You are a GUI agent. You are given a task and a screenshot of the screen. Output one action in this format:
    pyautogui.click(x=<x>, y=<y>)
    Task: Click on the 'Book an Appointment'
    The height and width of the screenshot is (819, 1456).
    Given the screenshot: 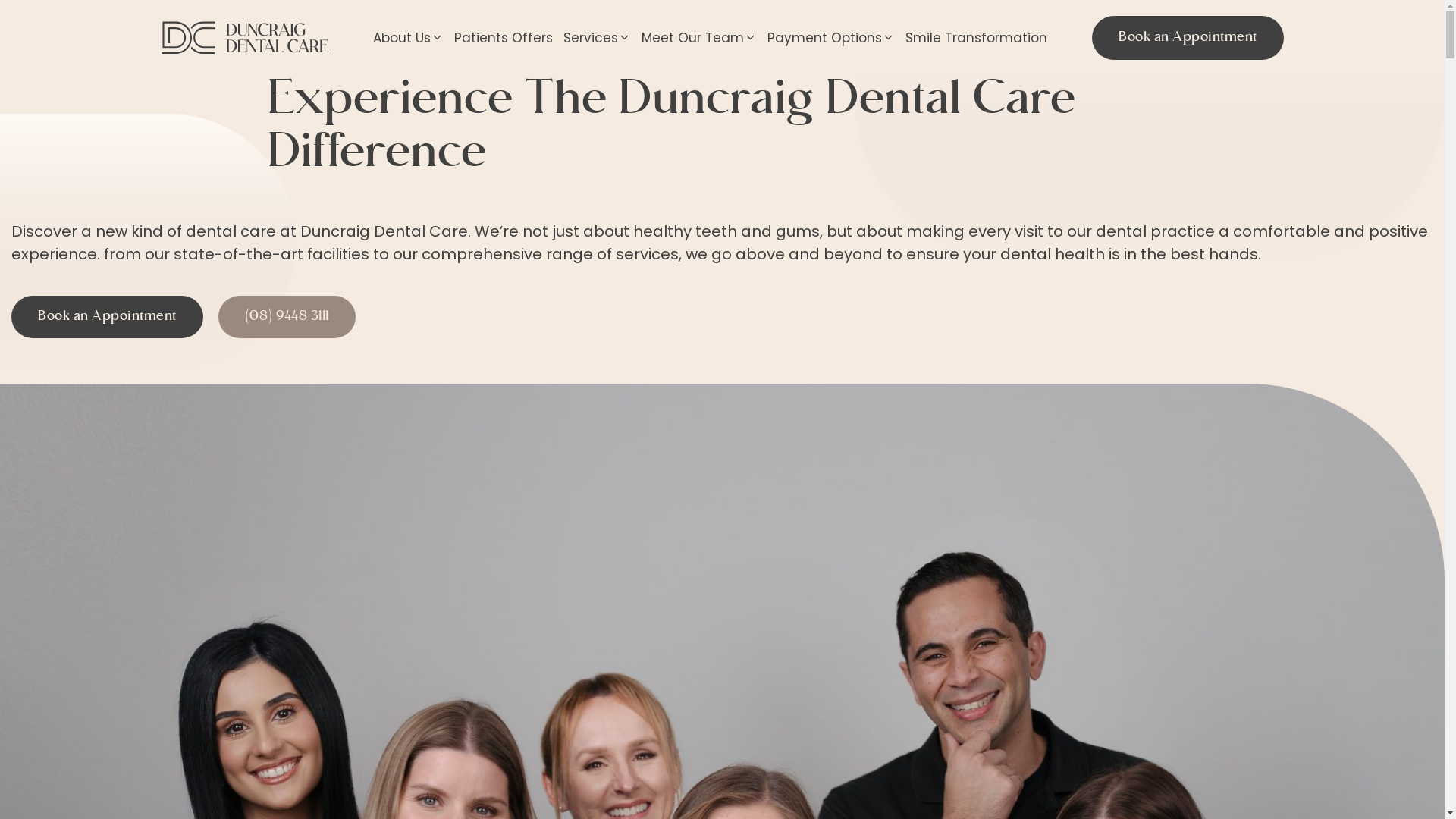 What is the action you would take?
    pyautogui.click(x=106, y=315)
    